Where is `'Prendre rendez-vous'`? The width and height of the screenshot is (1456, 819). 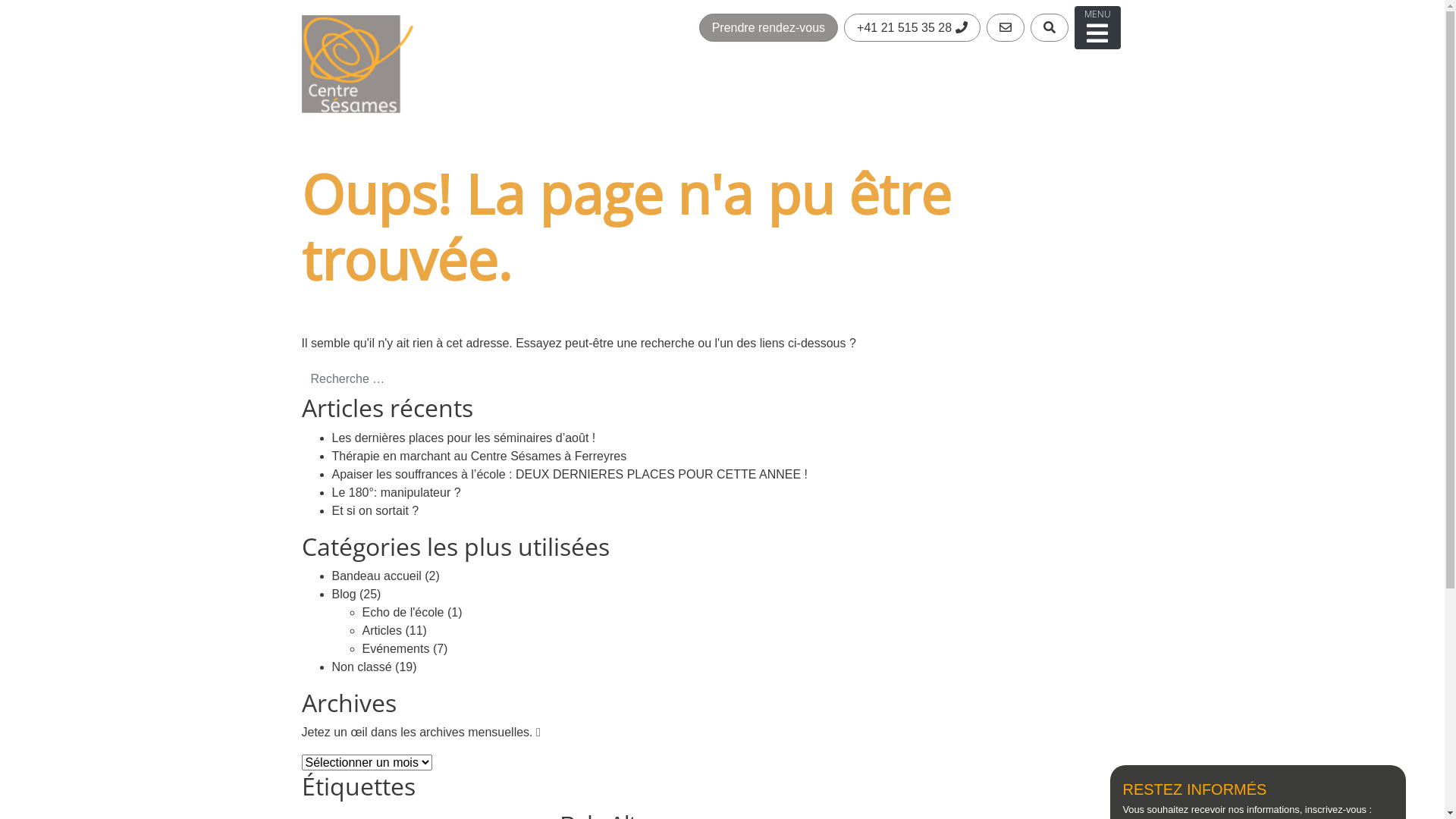
'Prendre rendez-vous' is located at coordinates (768, 27).